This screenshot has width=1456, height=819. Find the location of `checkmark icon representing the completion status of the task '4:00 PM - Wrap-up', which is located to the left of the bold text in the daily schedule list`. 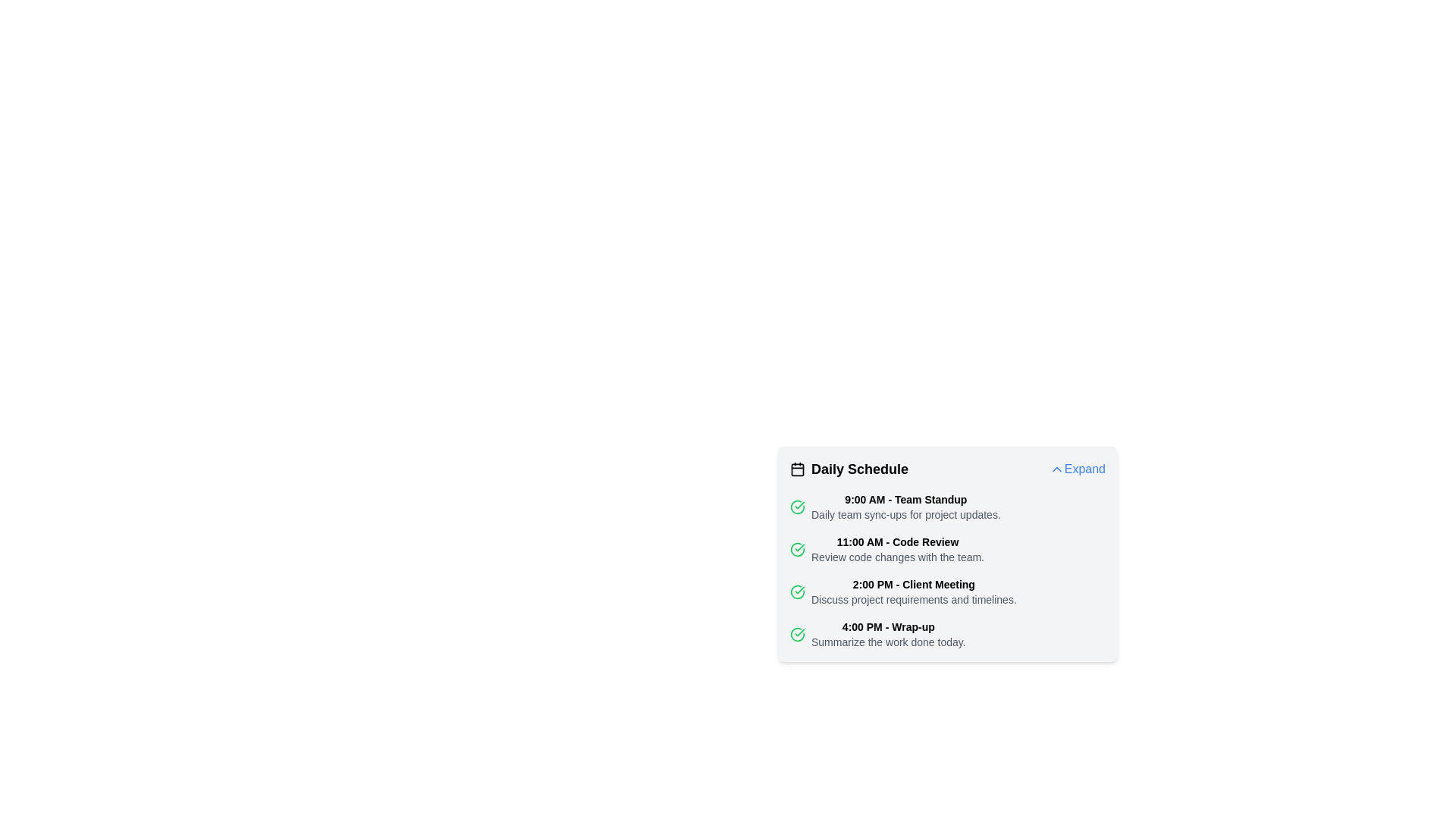

checkmark icon representing the completion status of the task '4:00 PM - Wrap-up', which is located to the left of the bold text in the daily schedule list is located at coordinates (796, 635).